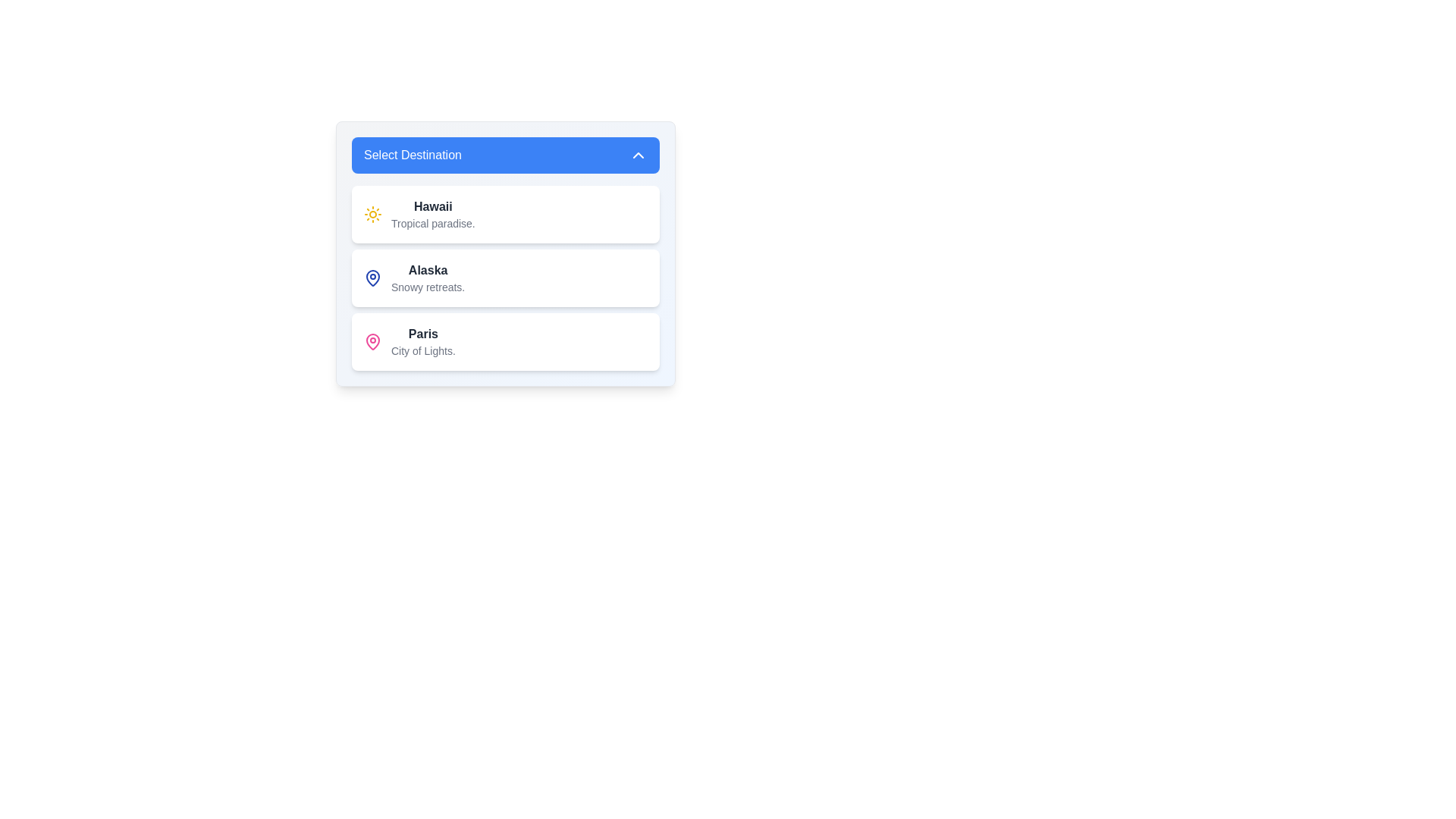 The image size is (1456, 819). Describe the element at coordinates (423, 342) in the screenshot. I see `the text content block displaying 'Paris' and 'City of Lights'` at that location.